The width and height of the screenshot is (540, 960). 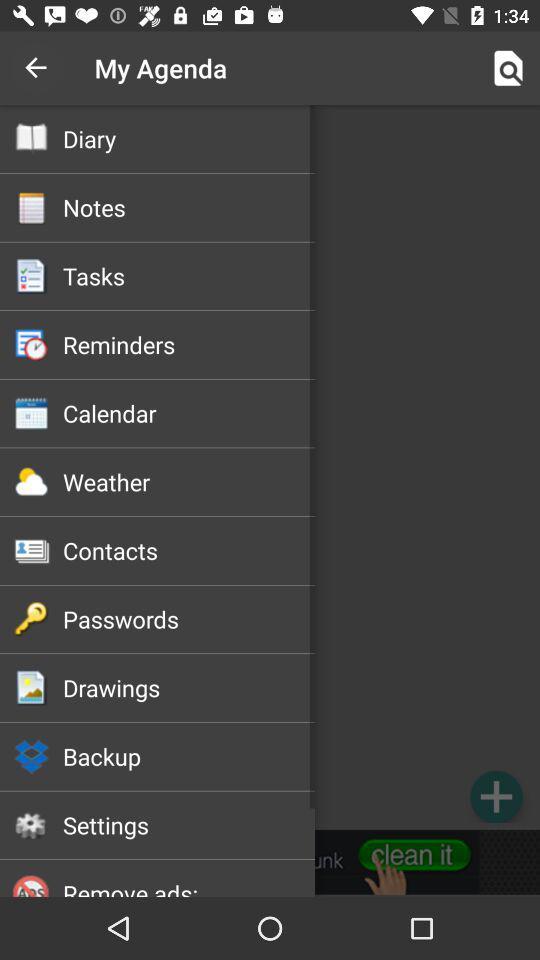 I want to click on the icon to the right of the my agenda, so click(x=508, y=68).